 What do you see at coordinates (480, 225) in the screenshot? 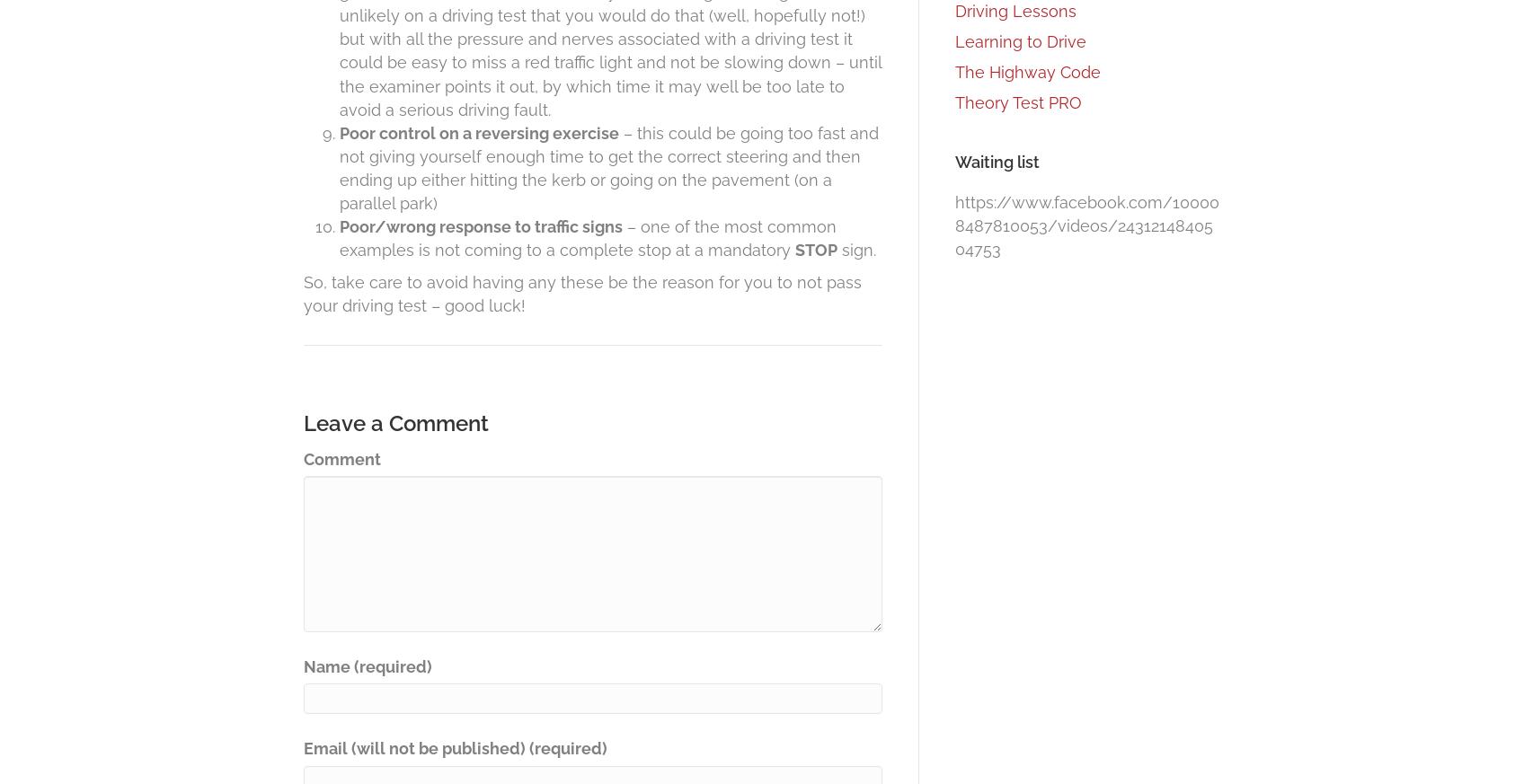
I see `'Poor/wrong response to traffic signs'` at bounding box center [480, 225].